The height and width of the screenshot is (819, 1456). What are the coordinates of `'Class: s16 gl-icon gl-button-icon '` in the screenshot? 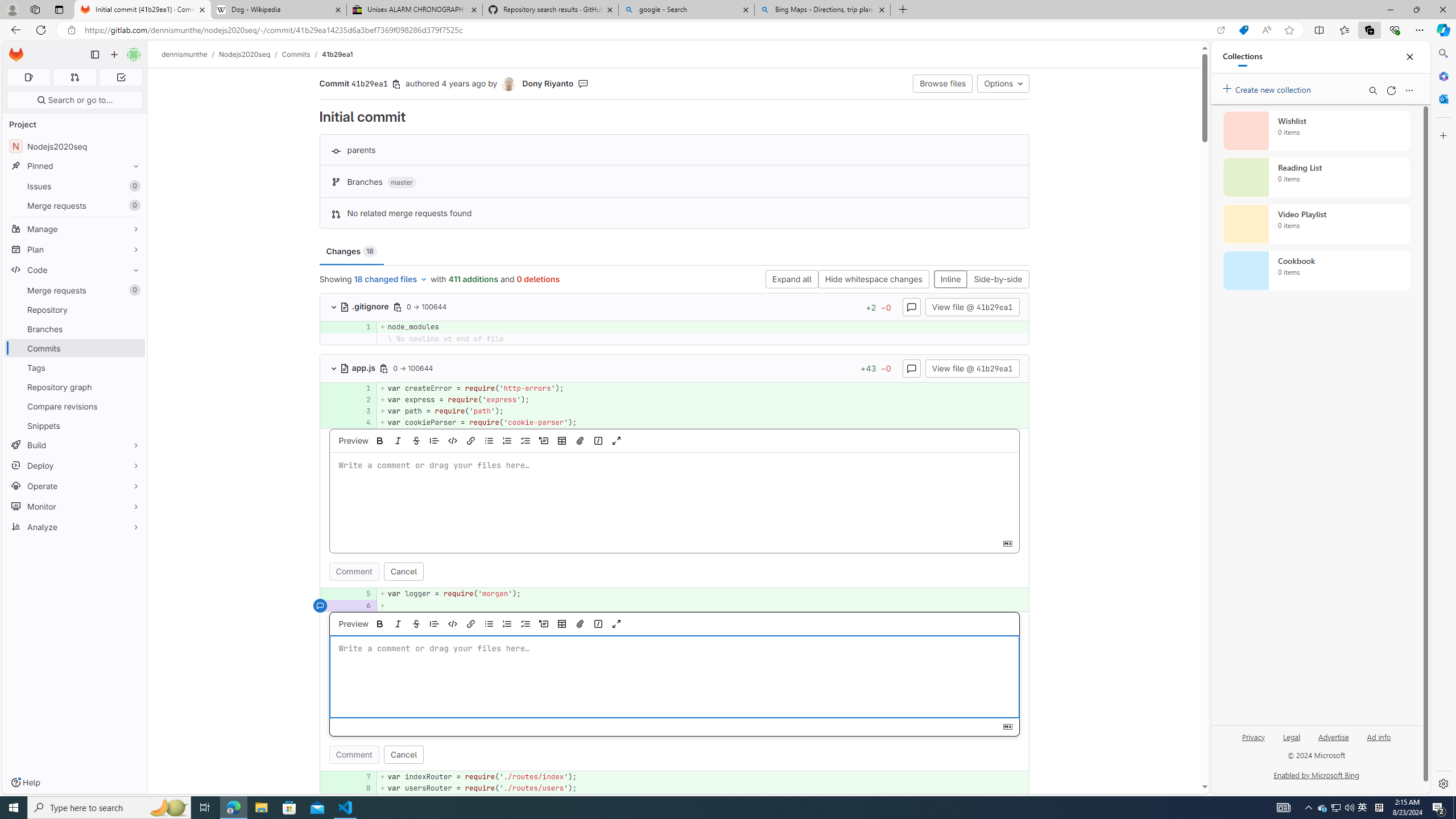 It's located at (1007, 726).